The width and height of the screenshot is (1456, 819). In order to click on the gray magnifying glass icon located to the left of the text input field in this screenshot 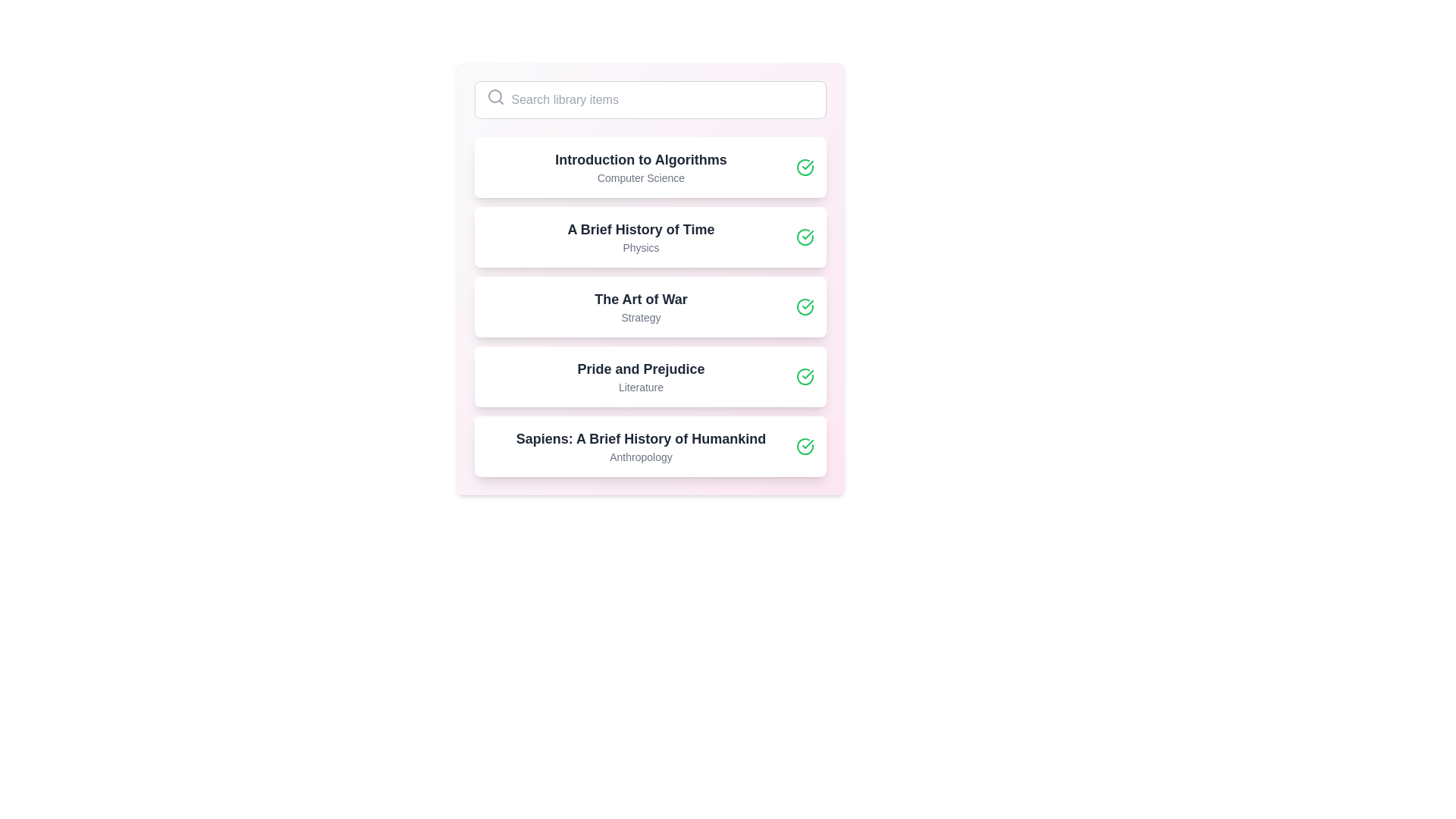, I will do `click(495, 96)`.